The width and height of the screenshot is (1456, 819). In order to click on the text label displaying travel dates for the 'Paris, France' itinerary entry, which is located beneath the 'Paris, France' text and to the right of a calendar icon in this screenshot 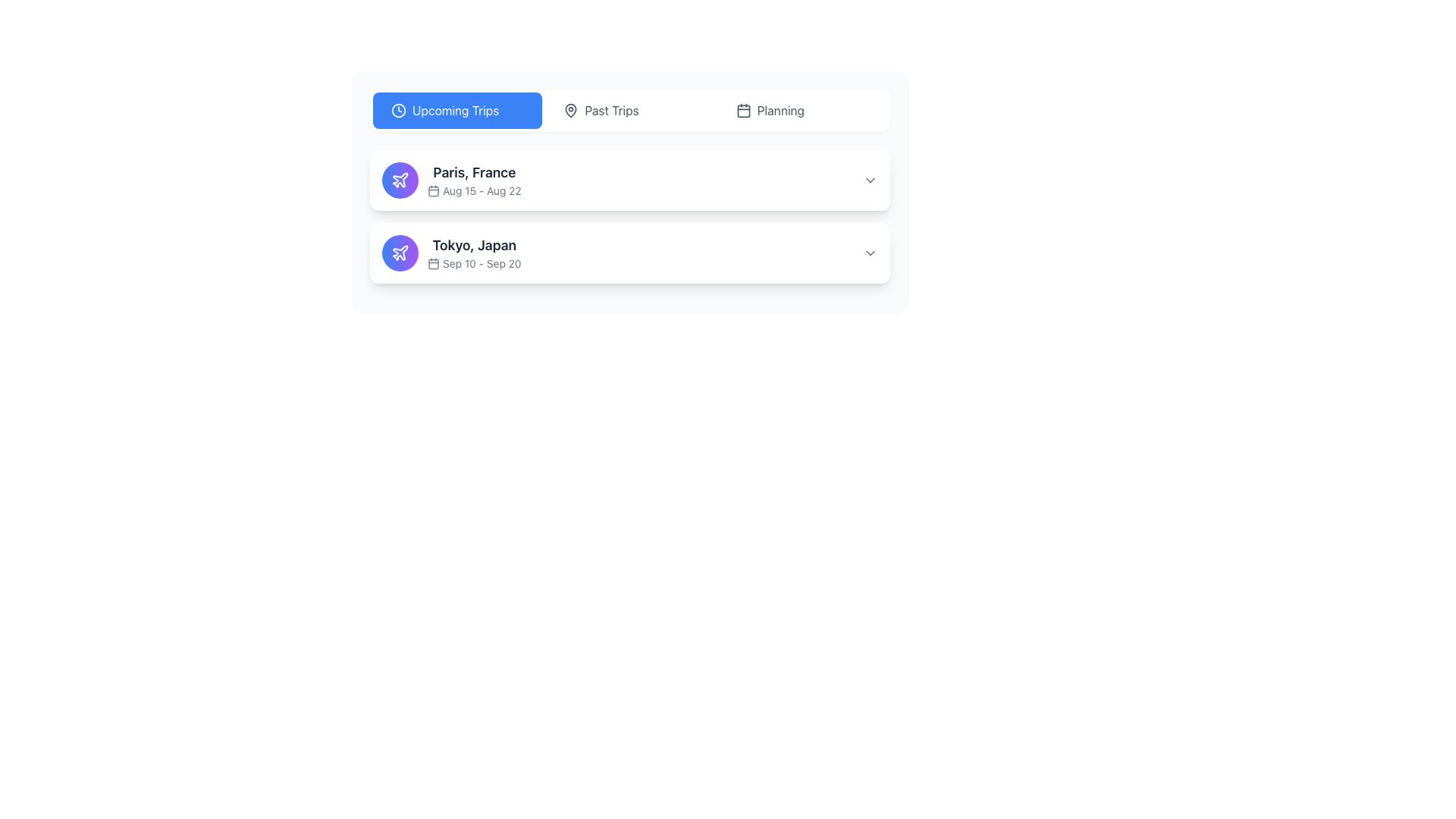, I will do `click(473, 190)`.